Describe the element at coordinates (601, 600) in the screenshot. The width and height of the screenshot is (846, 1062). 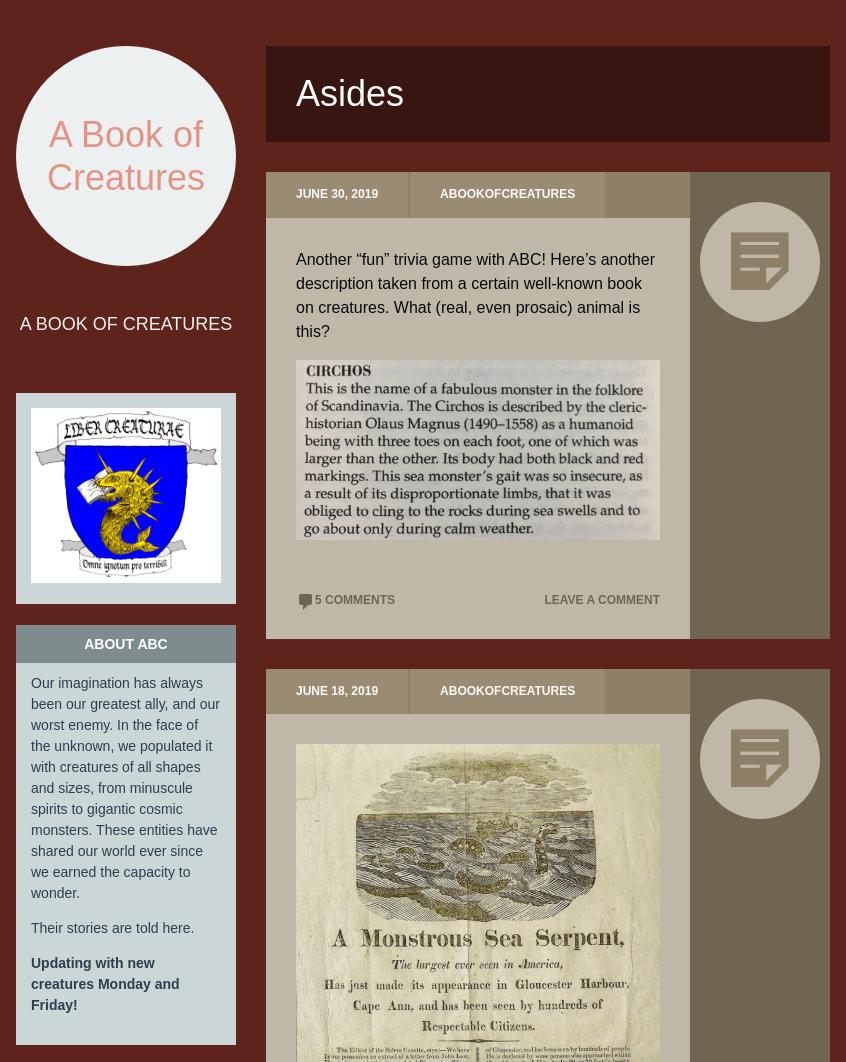
I see `'Leave a comment'` at that location.